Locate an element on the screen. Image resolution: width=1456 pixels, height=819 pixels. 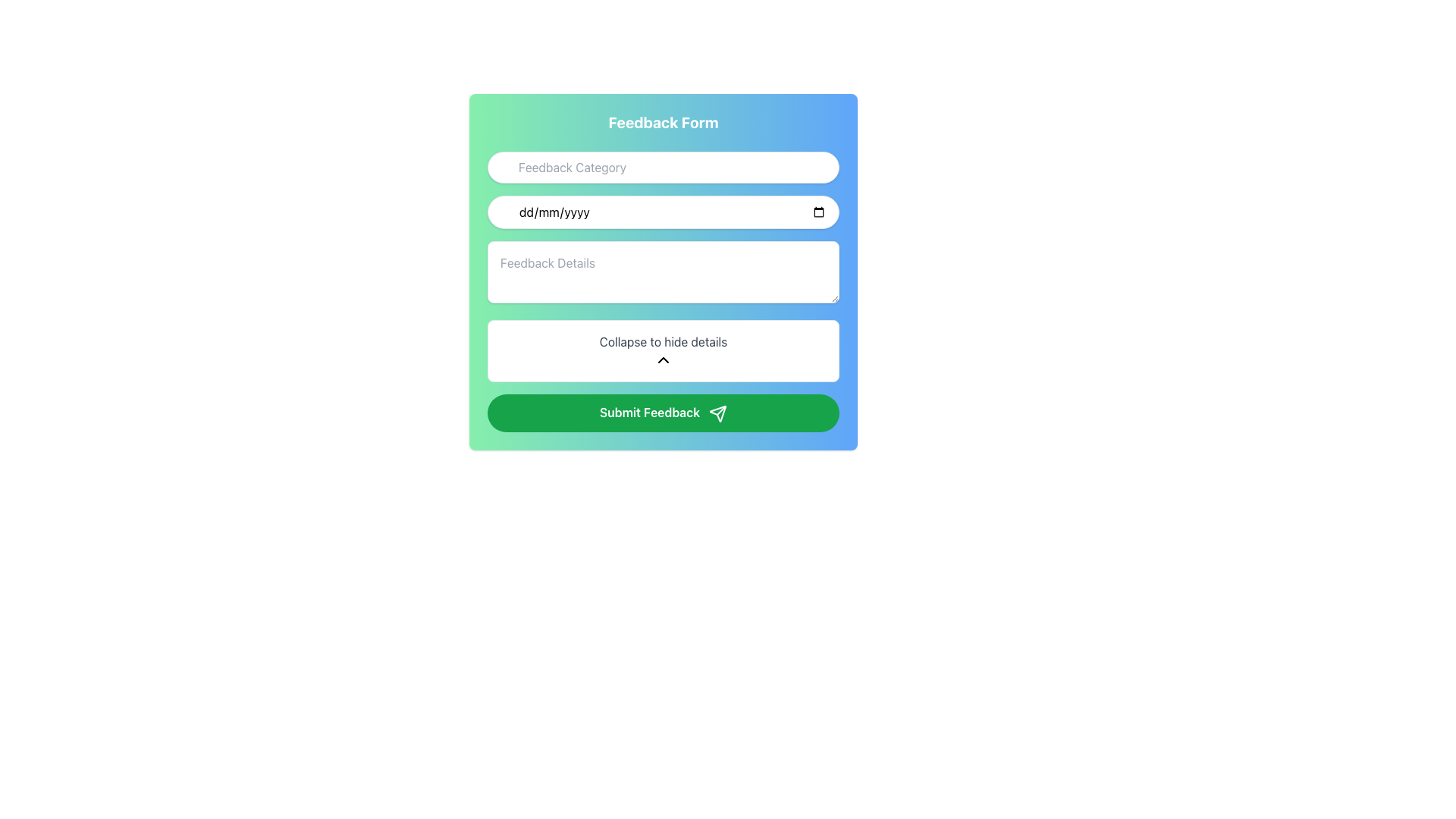
the descriptive Text label indicating the collapsible section above the upward-pointing chevron icon is located at coordinates (663, 342).